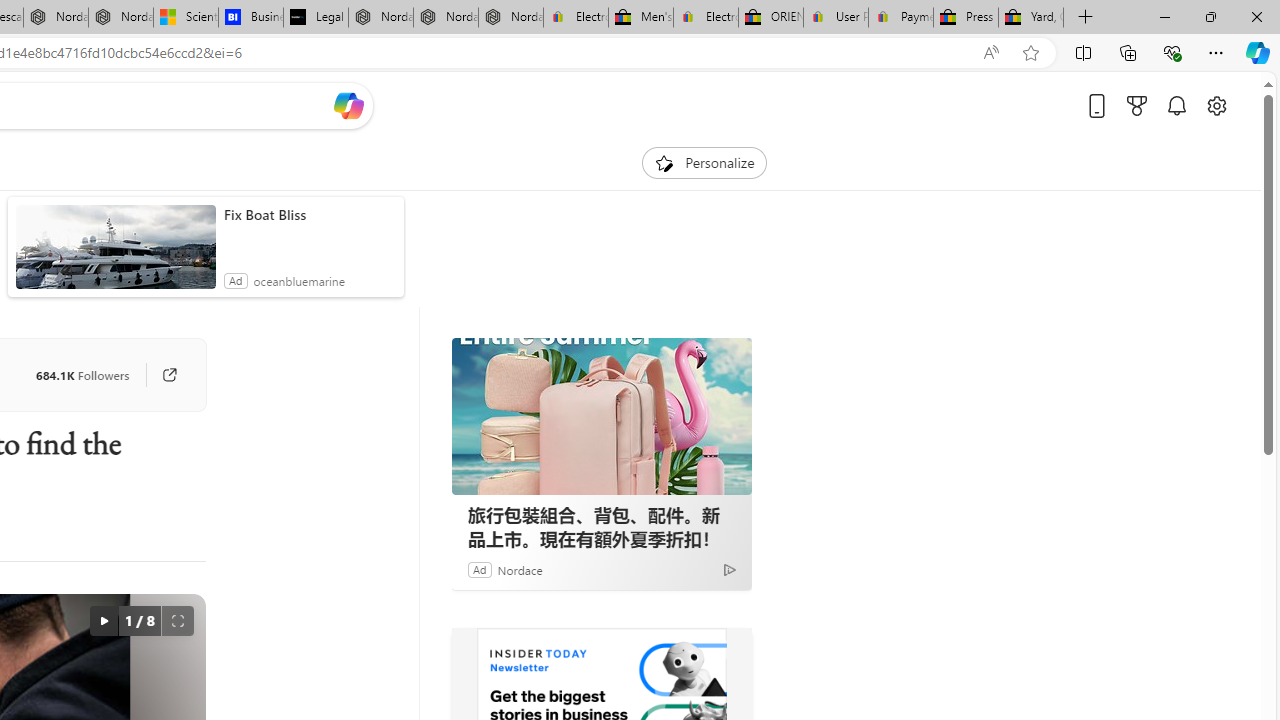 The image size is (1280, 720). Describe the element at coordinates (900, 17) in the screenshot. I see `'Payments Terms of Use | eBay.com'` at that location.